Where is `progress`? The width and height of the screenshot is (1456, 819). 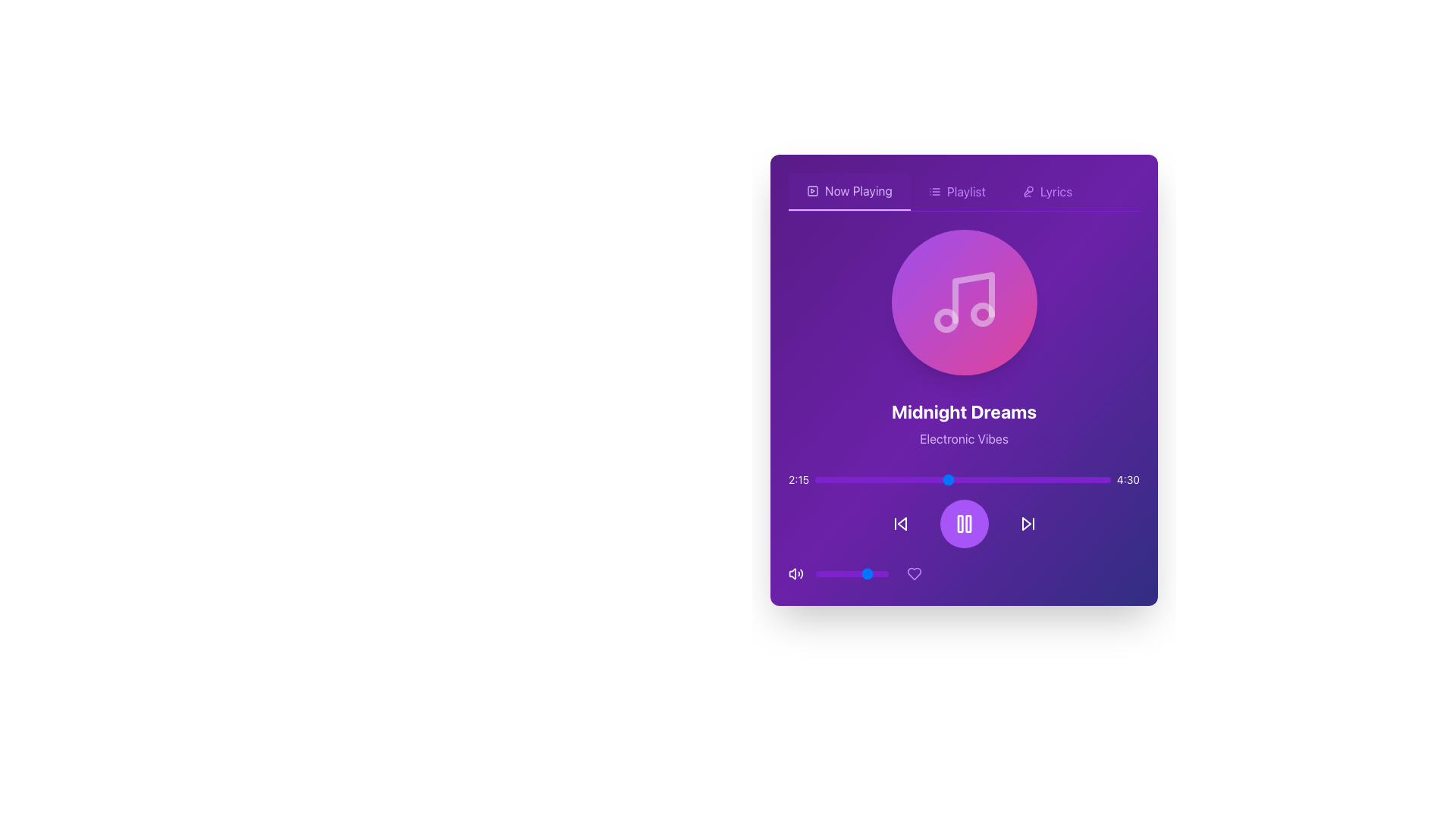 progress is located at coordinates (1059, 479).